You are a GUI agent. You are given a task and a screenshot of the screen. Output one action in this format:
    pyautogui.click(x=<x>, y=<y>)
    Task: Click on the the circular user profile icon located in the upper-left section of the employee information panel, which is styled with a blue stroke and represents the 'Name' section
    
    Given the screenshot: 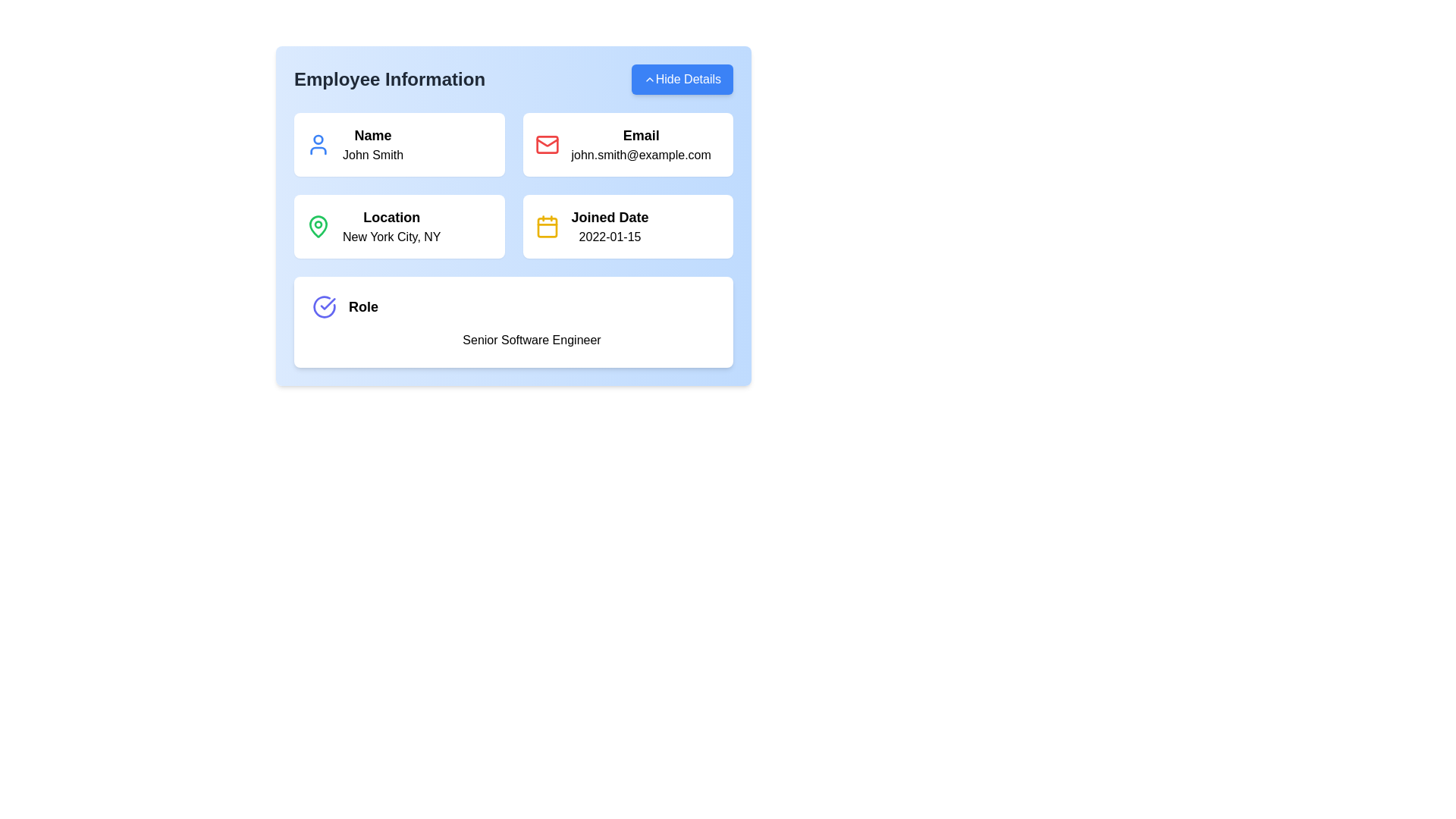 What is the action you would take?
    pyautogui.click(x=318, y=140)
    